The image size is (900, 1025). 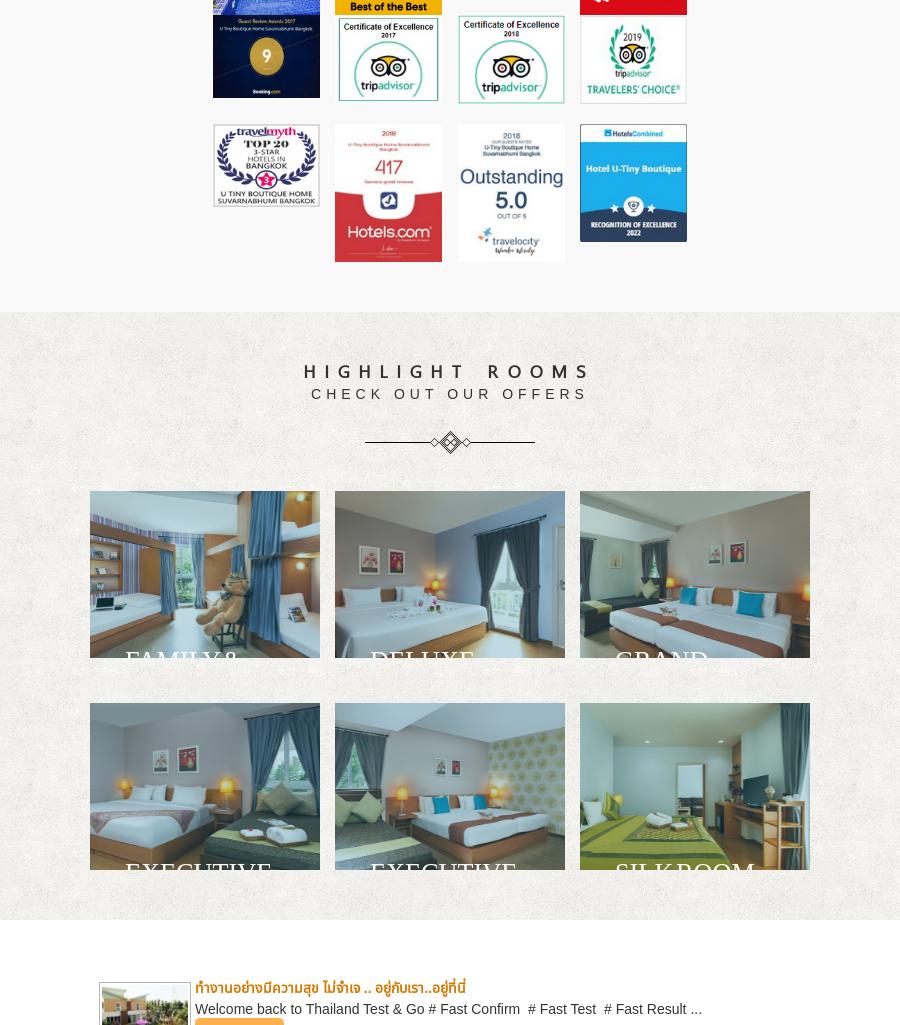 I want to click on 'Complete with contemporary room design and a range of creature comforts so you feel right at home.', so click(x=449, y=747).